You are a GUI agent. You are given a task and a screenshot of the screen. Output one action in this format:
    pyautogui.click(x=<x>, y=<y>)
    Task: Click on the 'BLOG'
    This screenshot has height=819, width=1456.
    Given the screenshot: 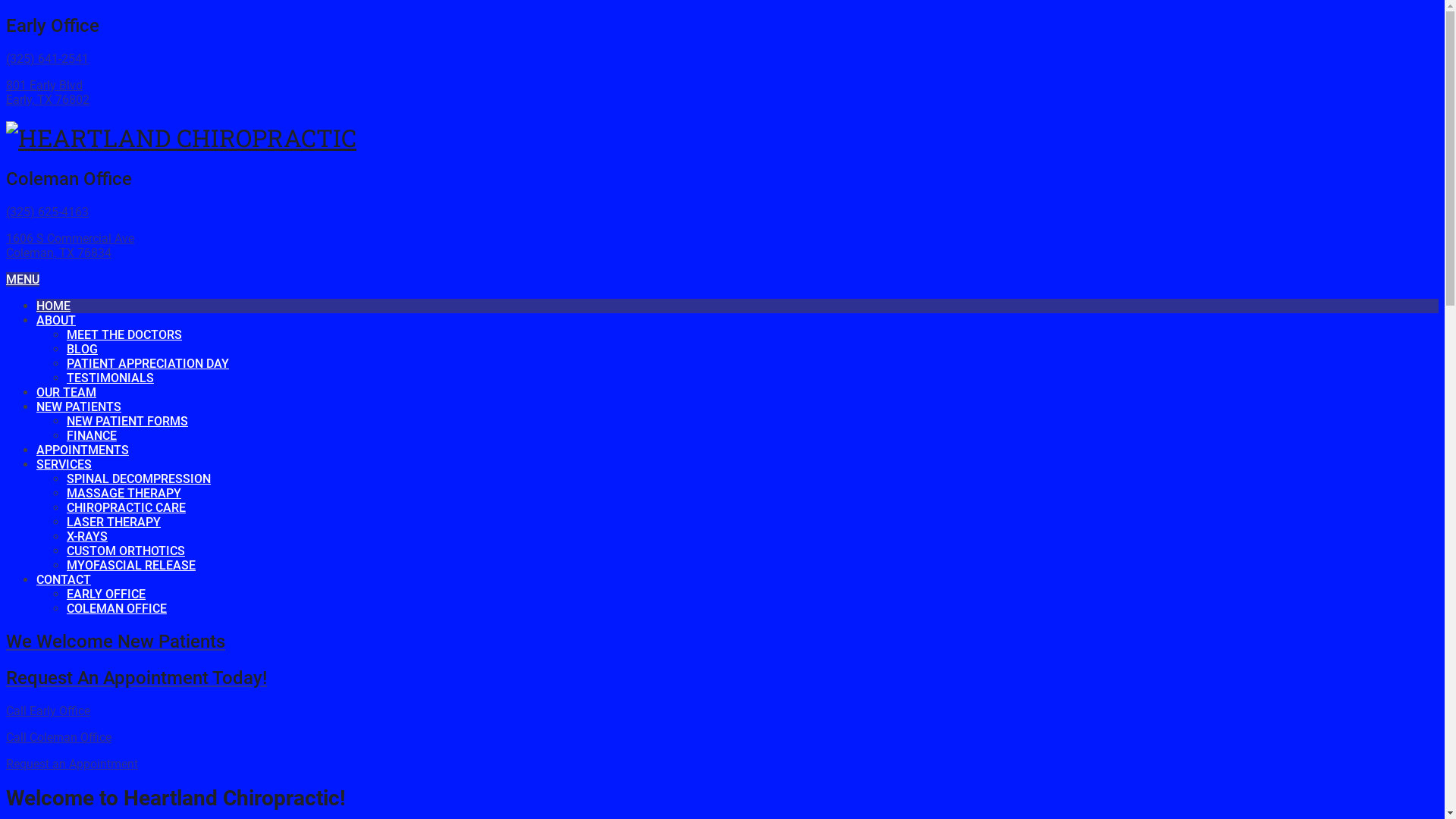 What is the action you would take?
    pyautogui.click(x=81, y=349)
    